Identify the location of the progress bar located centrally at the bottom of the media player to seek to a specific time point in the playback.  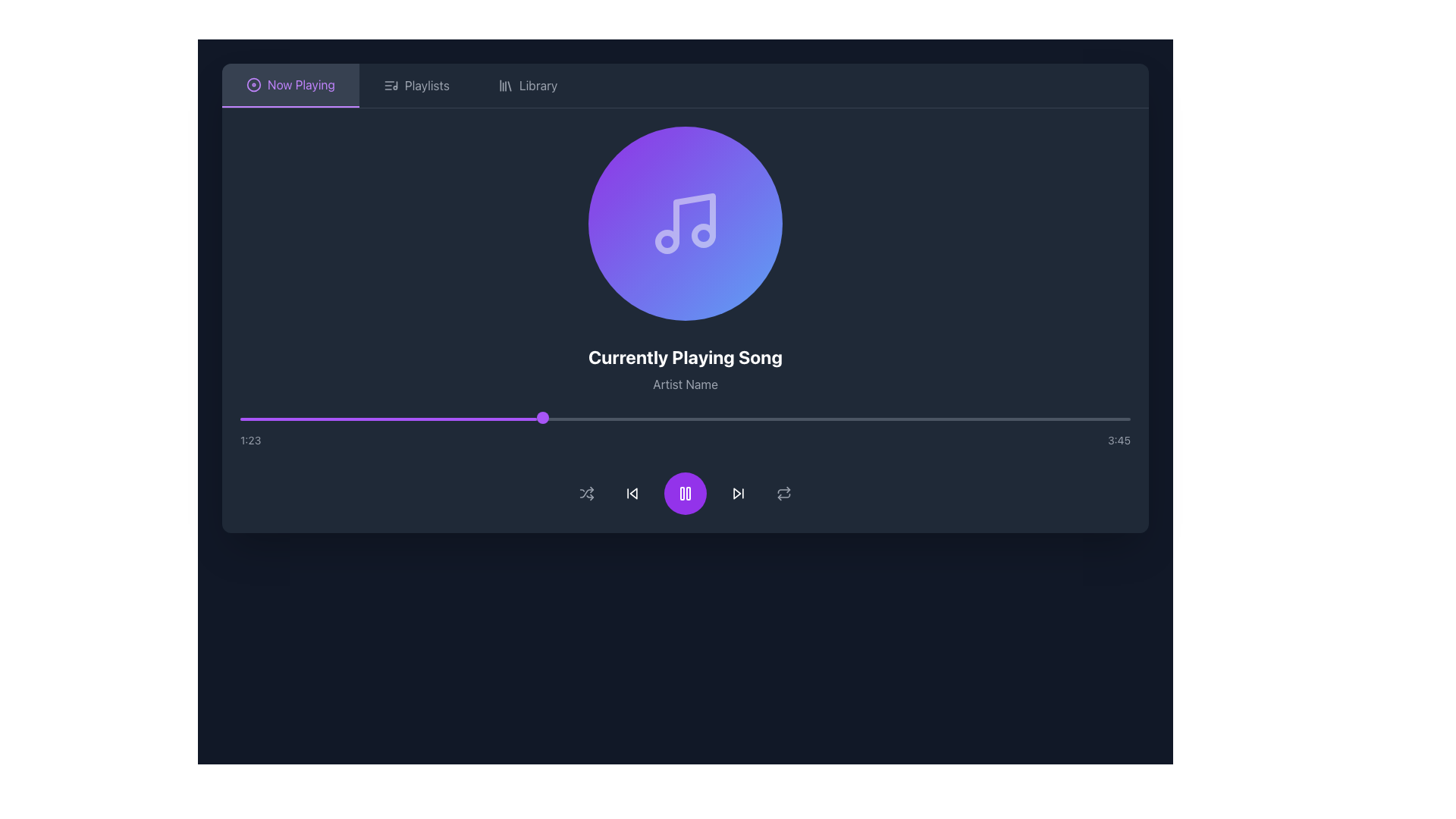
(684, 432).